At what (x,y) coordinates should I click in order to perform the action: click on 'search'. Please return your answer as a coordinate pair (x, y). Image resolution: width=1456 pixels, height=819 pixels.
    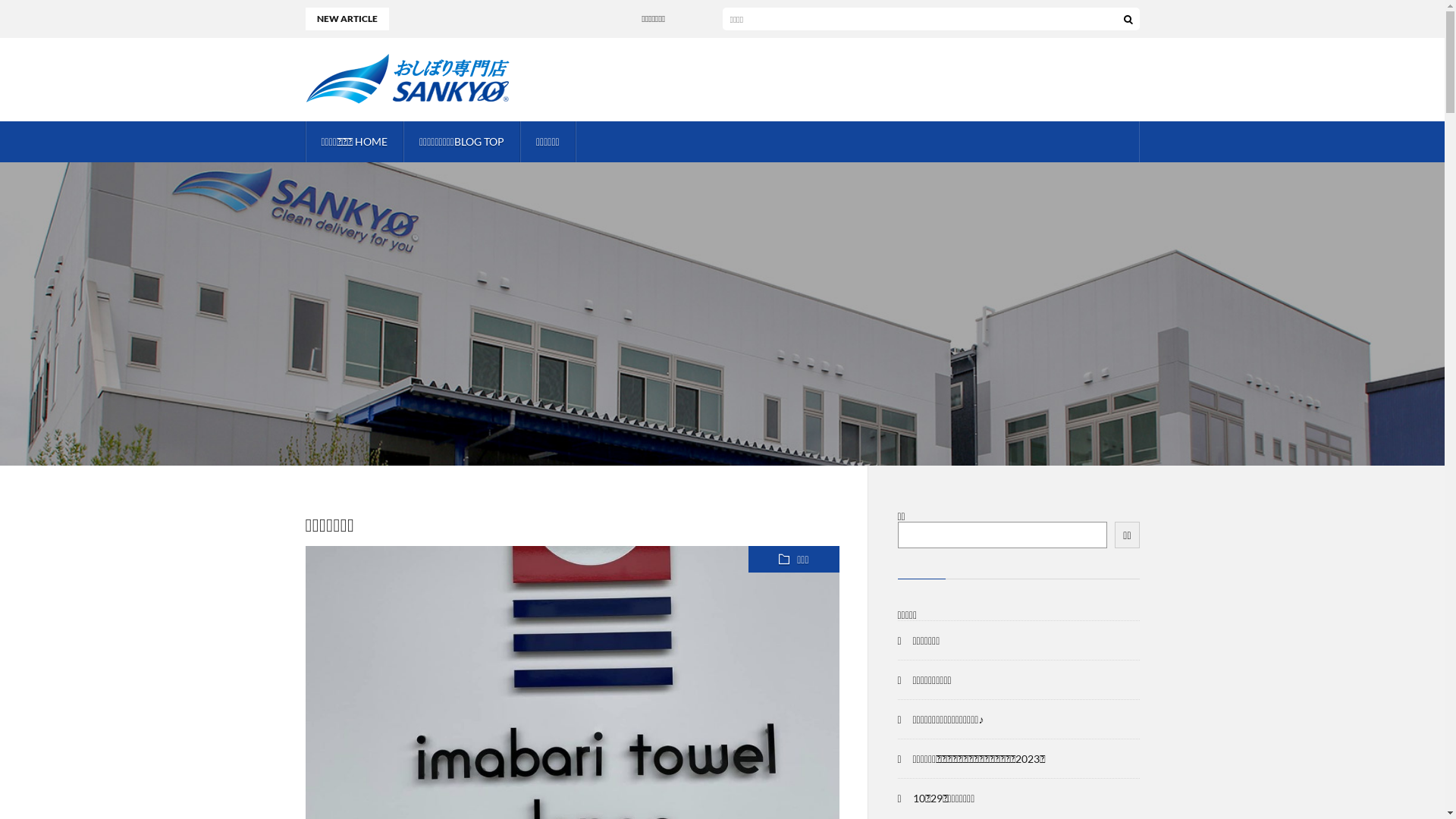
    Looking at the image, I should click on (1128, 18).